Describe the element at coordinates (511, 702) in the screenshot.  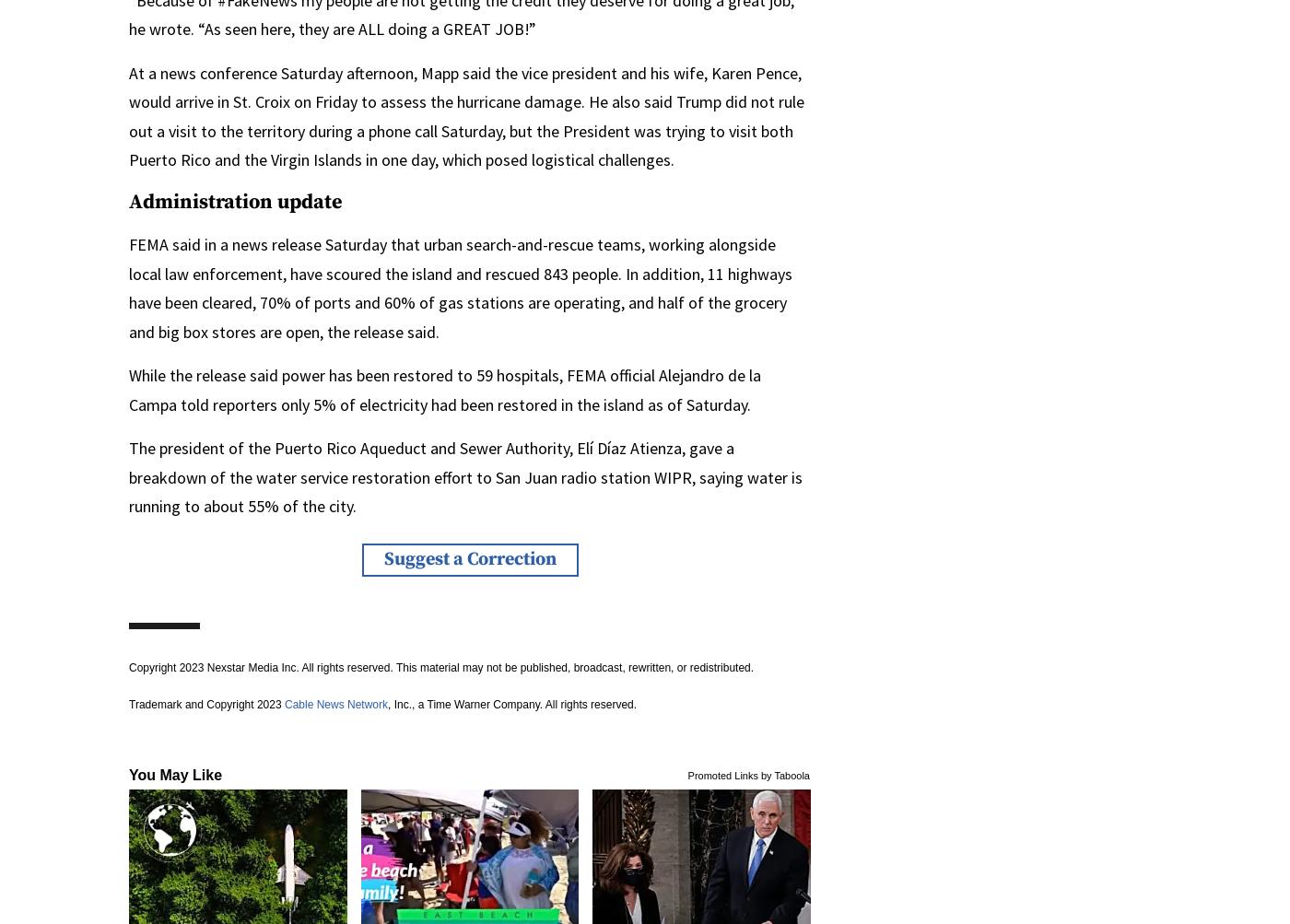
I see `', Inc., a Time Warner Company. All rights reserved.'` at that location.